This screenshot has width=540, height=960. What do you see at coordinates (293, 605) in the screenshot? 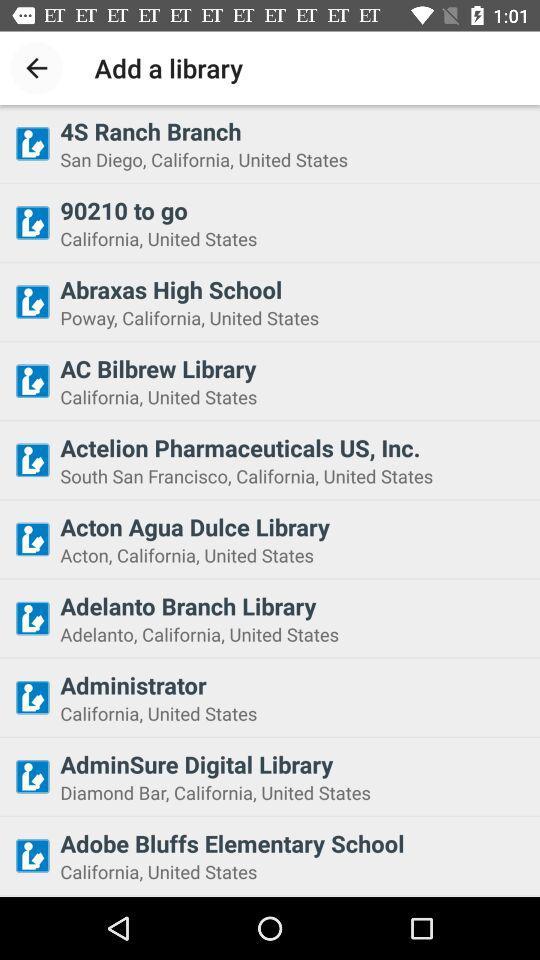
I see `adelanto branch library` at bounding box center [293, 605].